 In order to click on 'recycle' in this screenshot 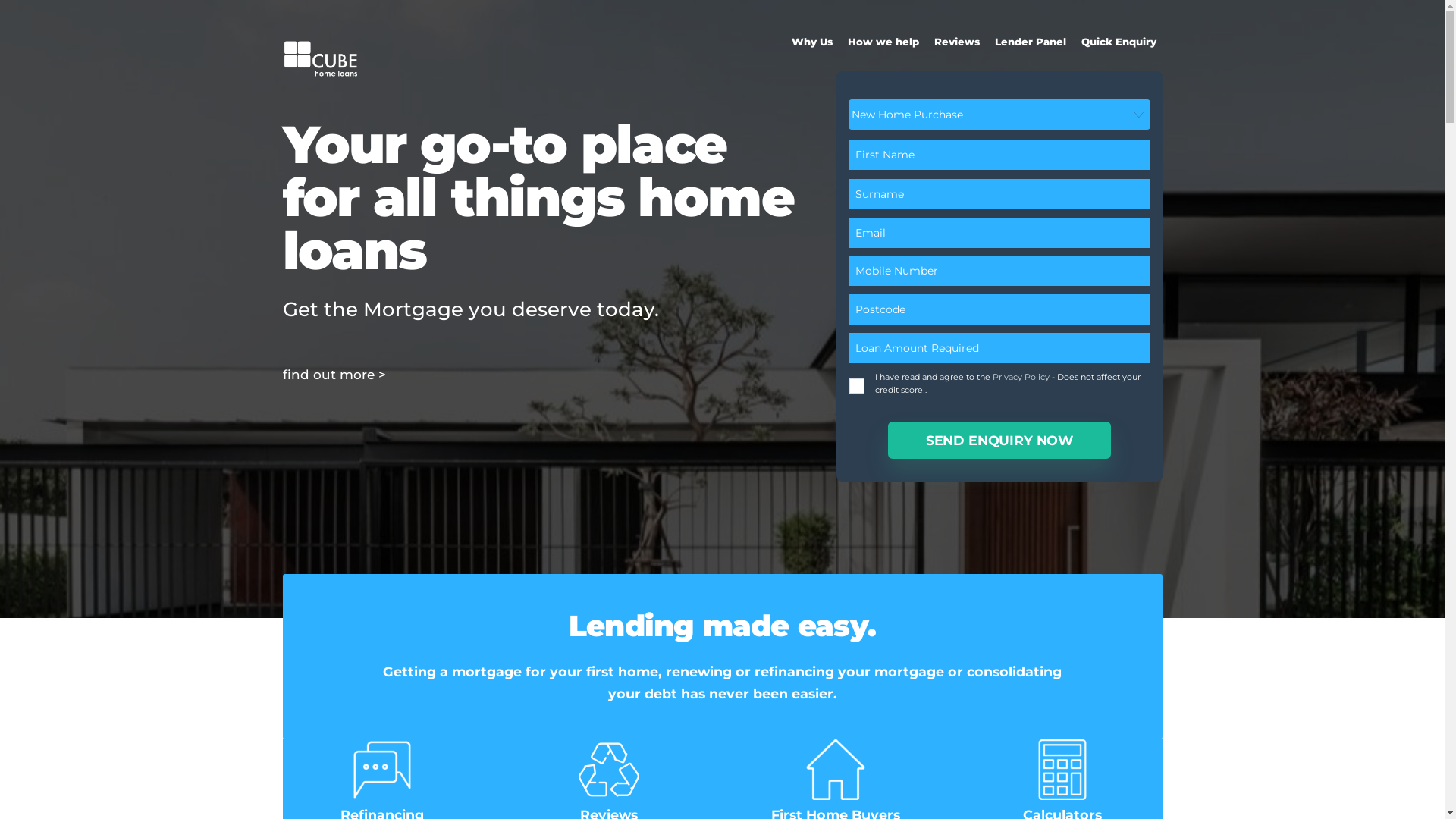, I will do `click(608, 769)`.